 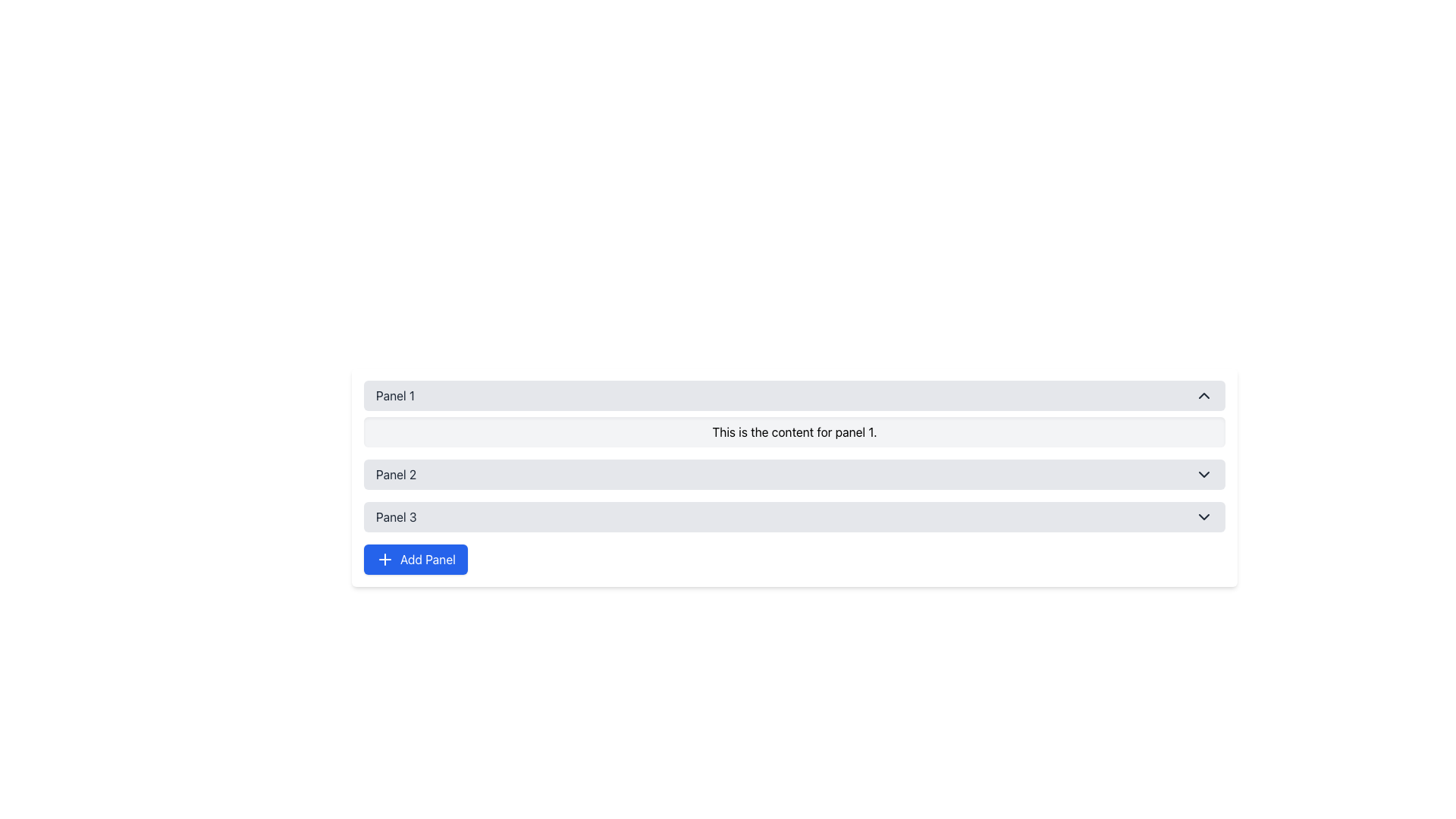 I want to click on the text label 'Panel 3' to focus on the panel, so click(x=396, y=516).